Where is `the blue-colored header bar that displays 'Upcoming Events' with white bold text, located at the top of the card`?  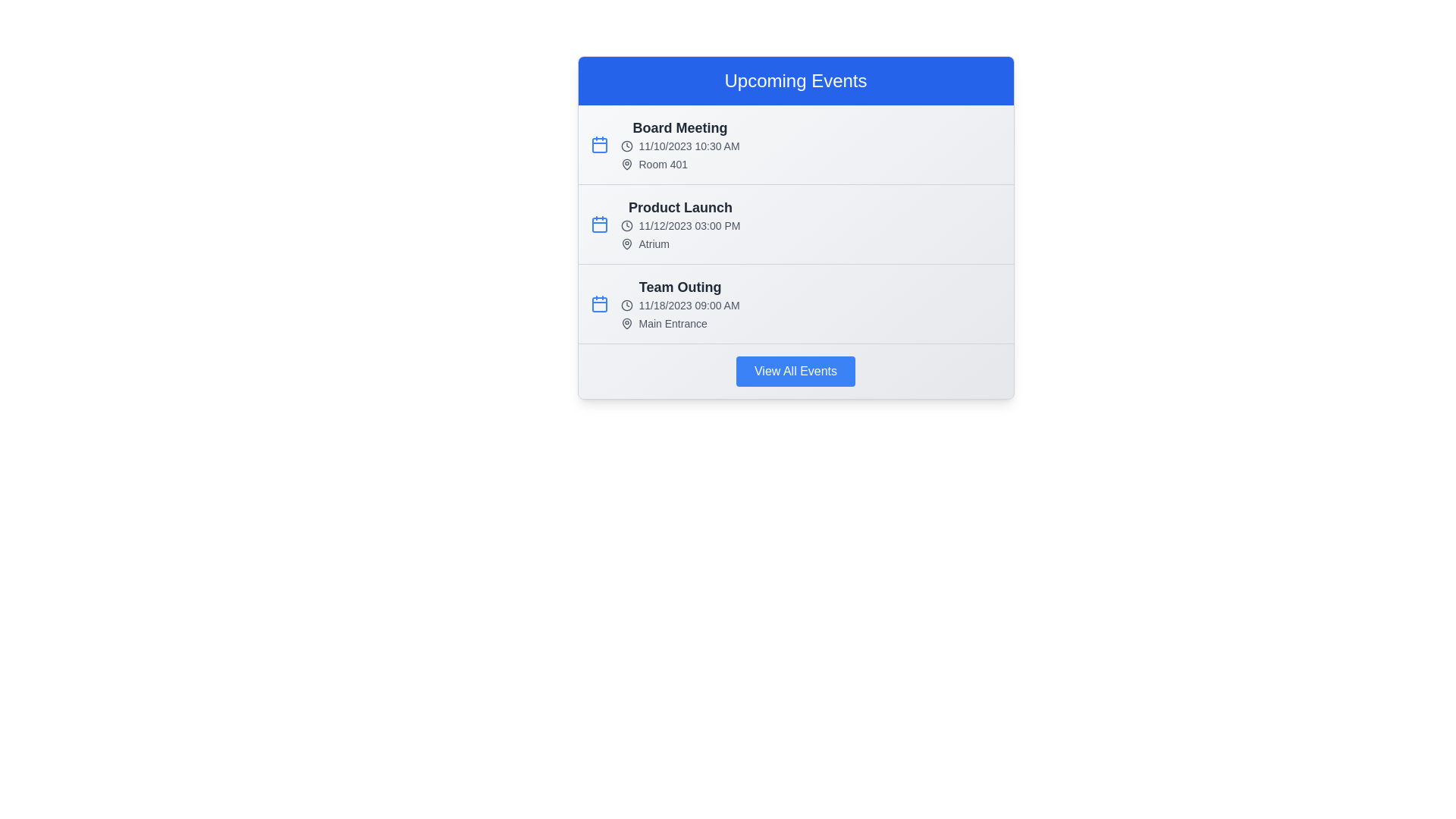
the blue-colored header bar that displays 'Upcoming Events' with white bold text, located at the top of the card is located at coordinates (795, 81).